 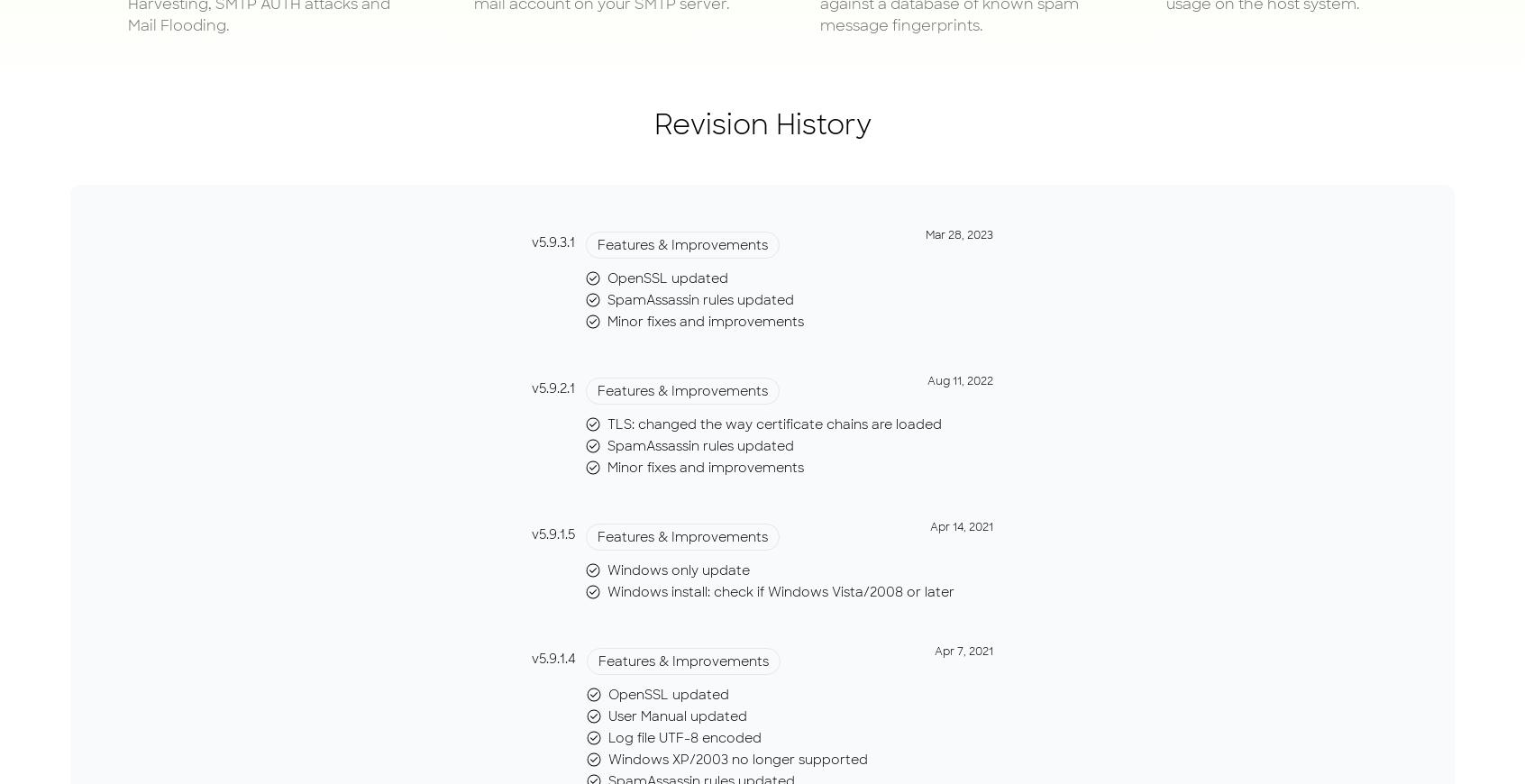 I want to click on 'Company', so click(x=1031, y=57).